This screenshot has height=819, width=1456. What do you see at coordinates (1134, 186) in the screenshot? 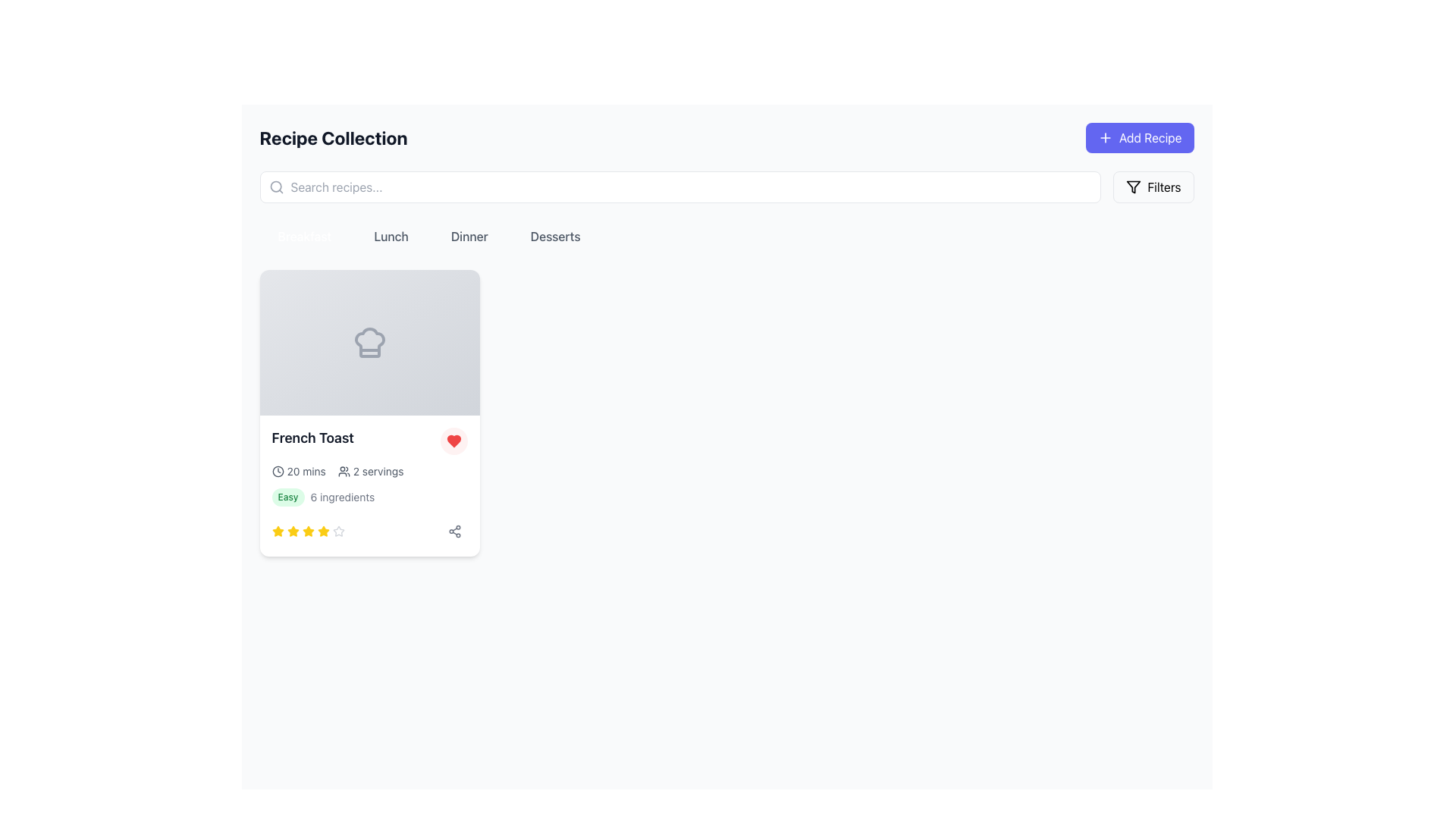
I see `the 'Filters' funnel icon located on the right side of the header section` at bounding box center [1134, 186].